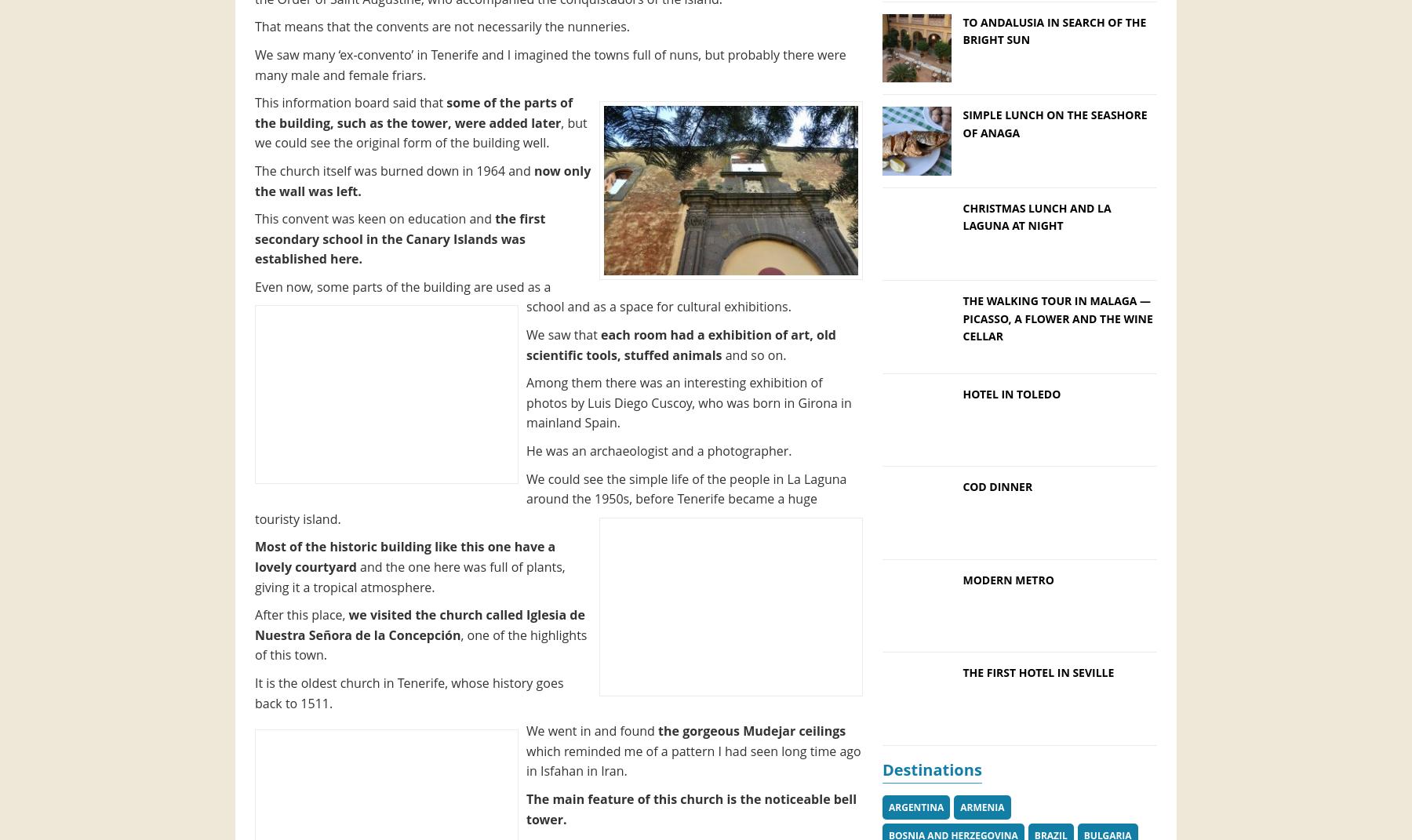 The image size is (1412, 840). Describe the element at coordinates (753, 354) in the screenshot. I see `'and so on.'` at that location.